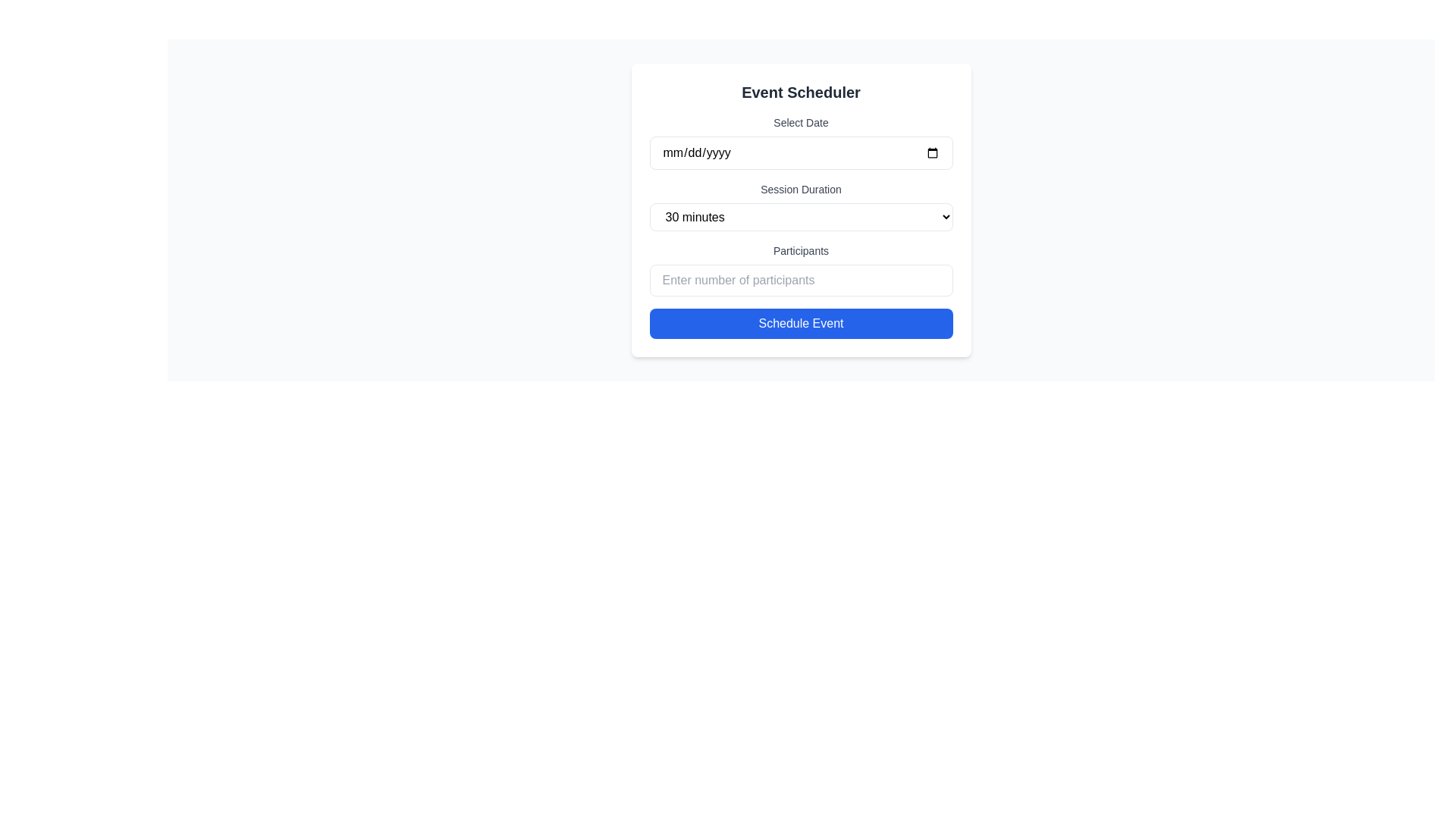 This screenshot has width=1456, height=819. What do you see at coordinates (800, 281) in the screenshot?
I see `the text input field for number of participants to focus and type a numerical value` at bounding box center [800, 281].